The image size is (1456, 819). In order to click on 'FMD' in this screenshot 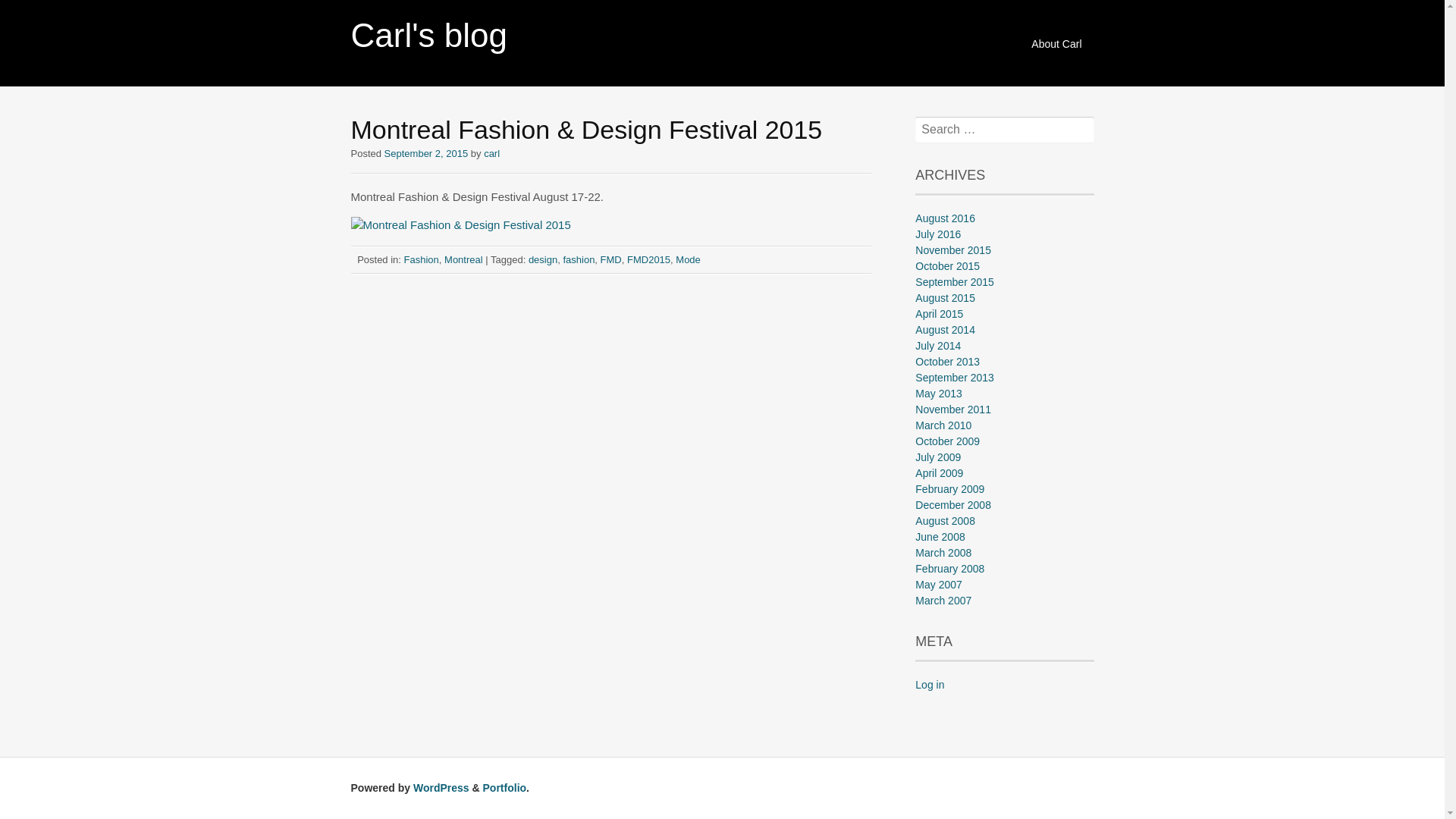, I will do `click(611, 258)`.